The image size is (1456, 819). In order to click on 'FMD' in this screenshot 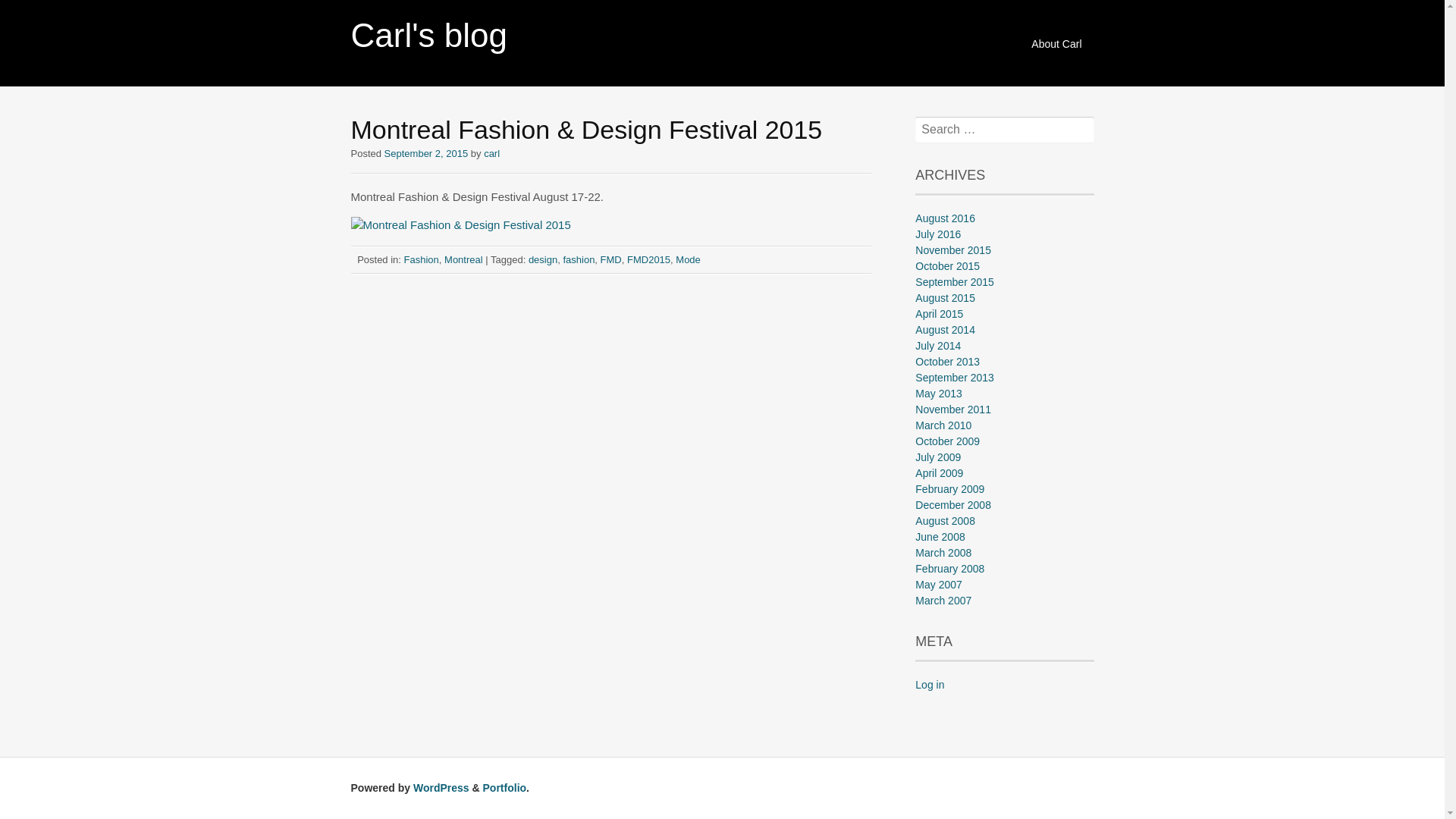, I will do `click(611, 258)`.